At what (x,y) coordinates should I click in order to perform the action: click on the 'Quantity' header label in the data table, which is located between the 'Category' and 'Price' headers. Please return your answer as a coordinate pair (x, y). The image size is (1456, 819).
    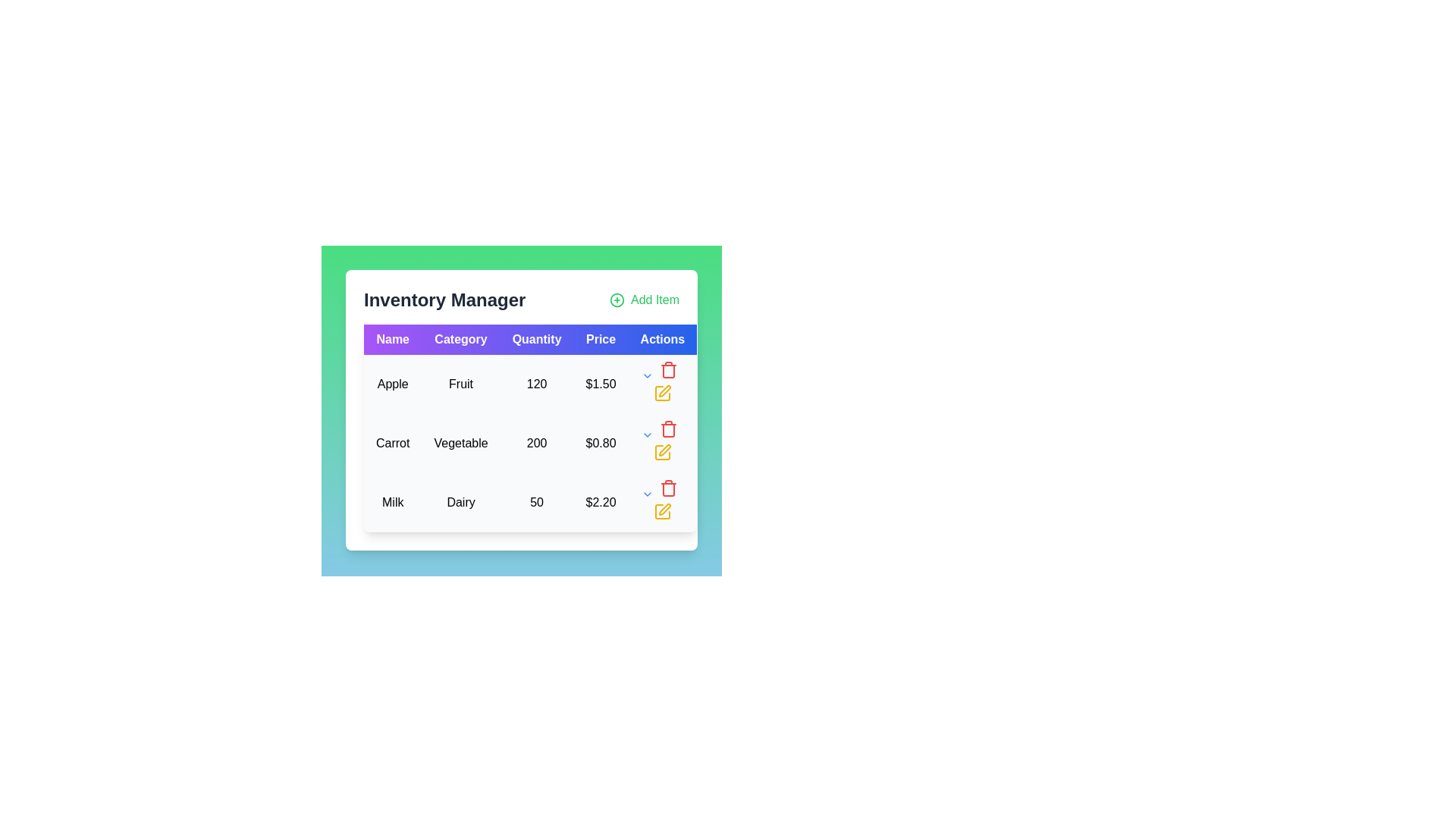
    Looking at the image, I should click on (537, 338).